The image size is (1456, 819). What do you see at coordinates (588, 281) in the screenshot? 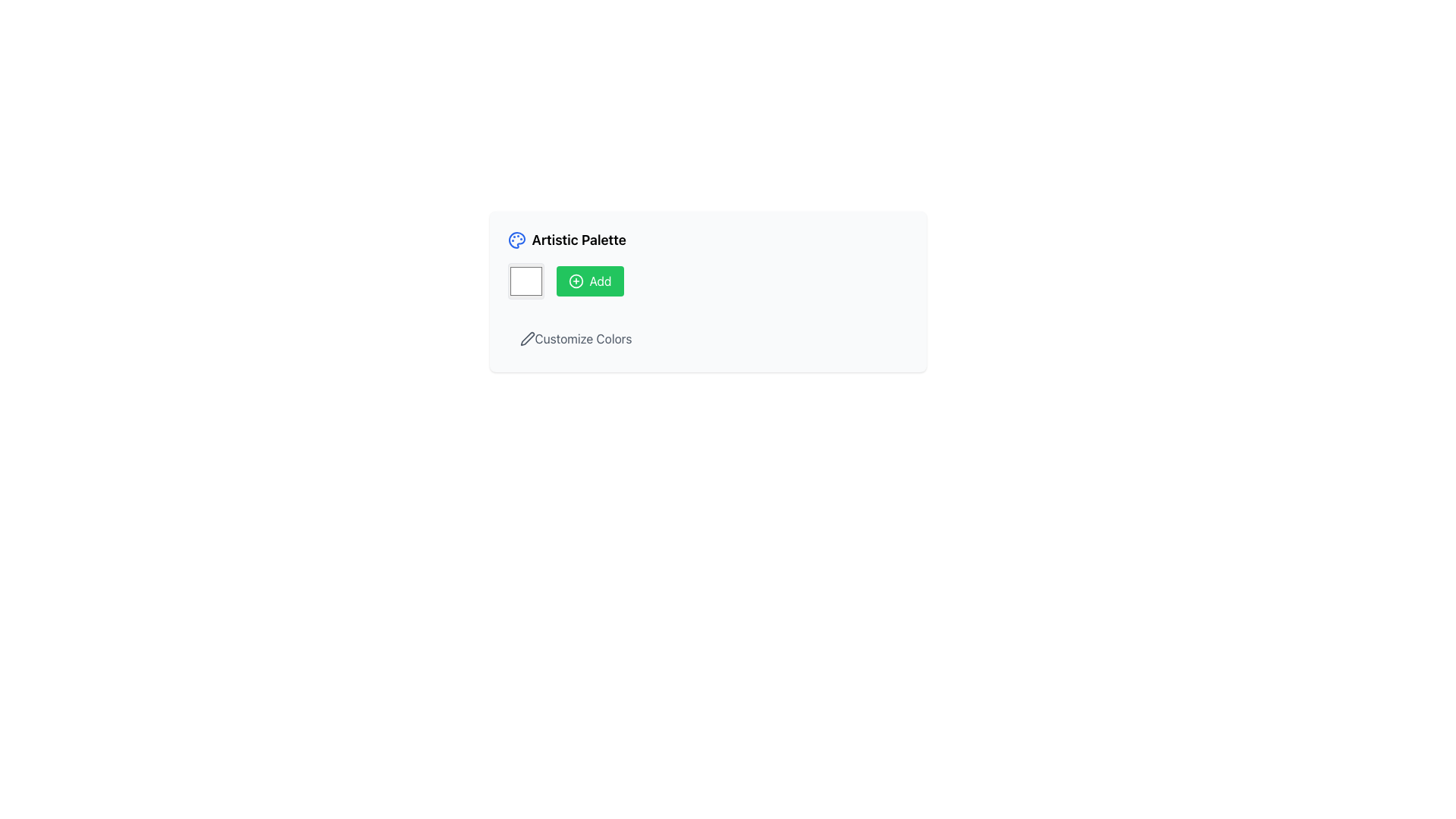
I see `the green 'Add' button with a plus icon` at bounding box center [588, 281].